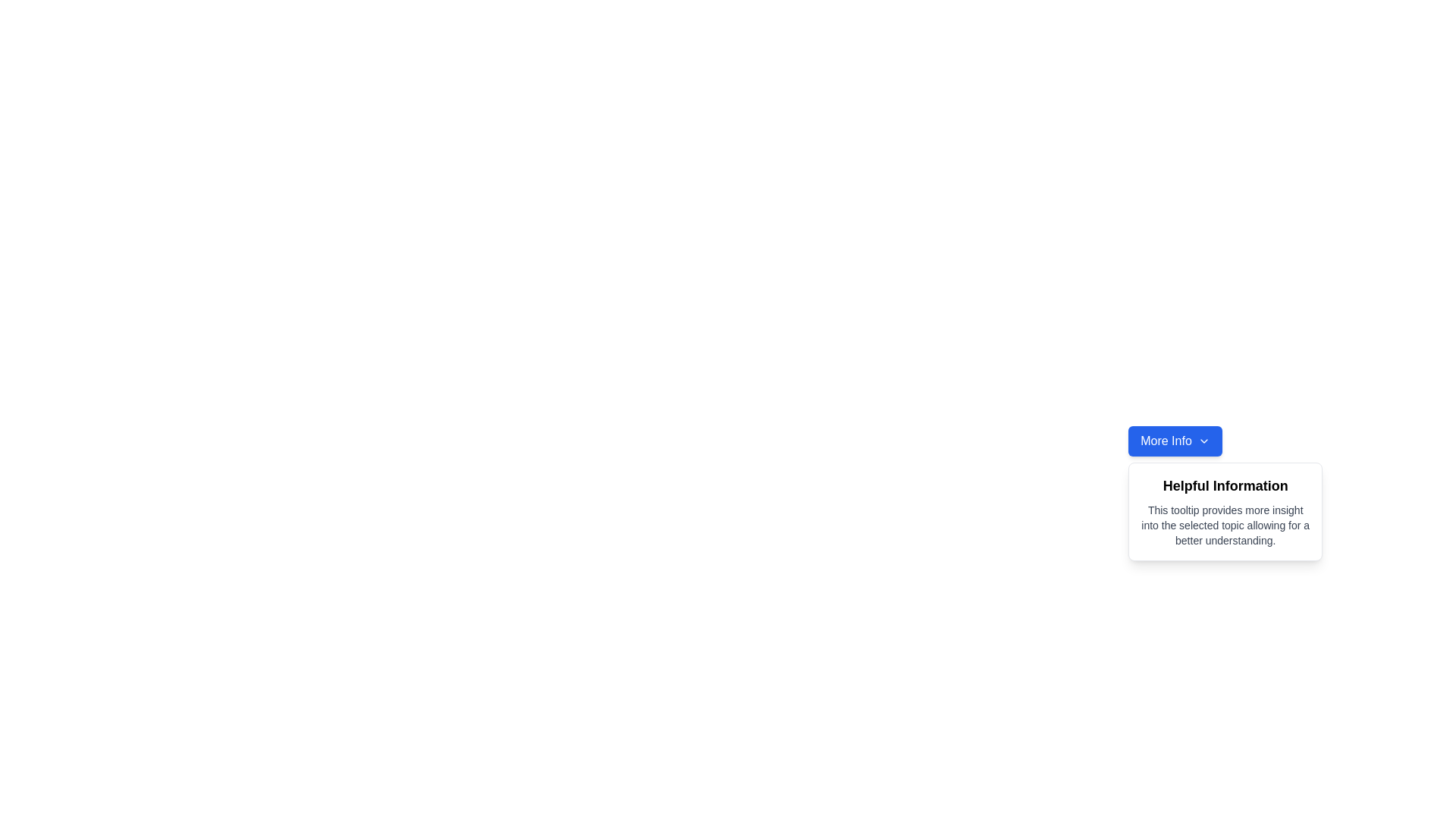 This screenshot has height=819, width=1456. I want to click on the icon located at the far right side of the blue 'More Info' button, which indicates an expandable menu or additional information, so click(1203, 441).